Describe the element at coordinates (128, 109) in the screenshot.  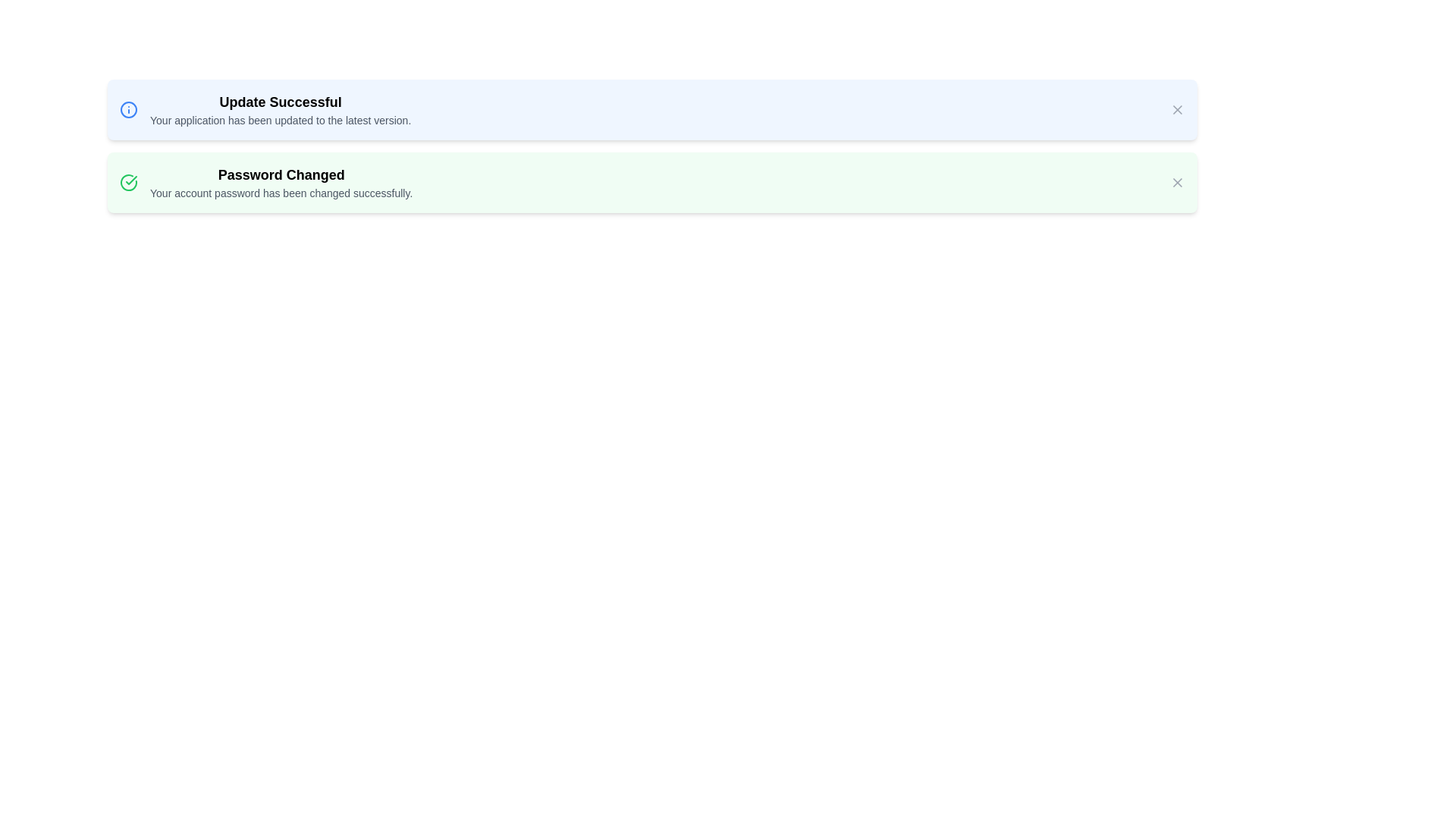
I see `the icon of the alert card` at that location.